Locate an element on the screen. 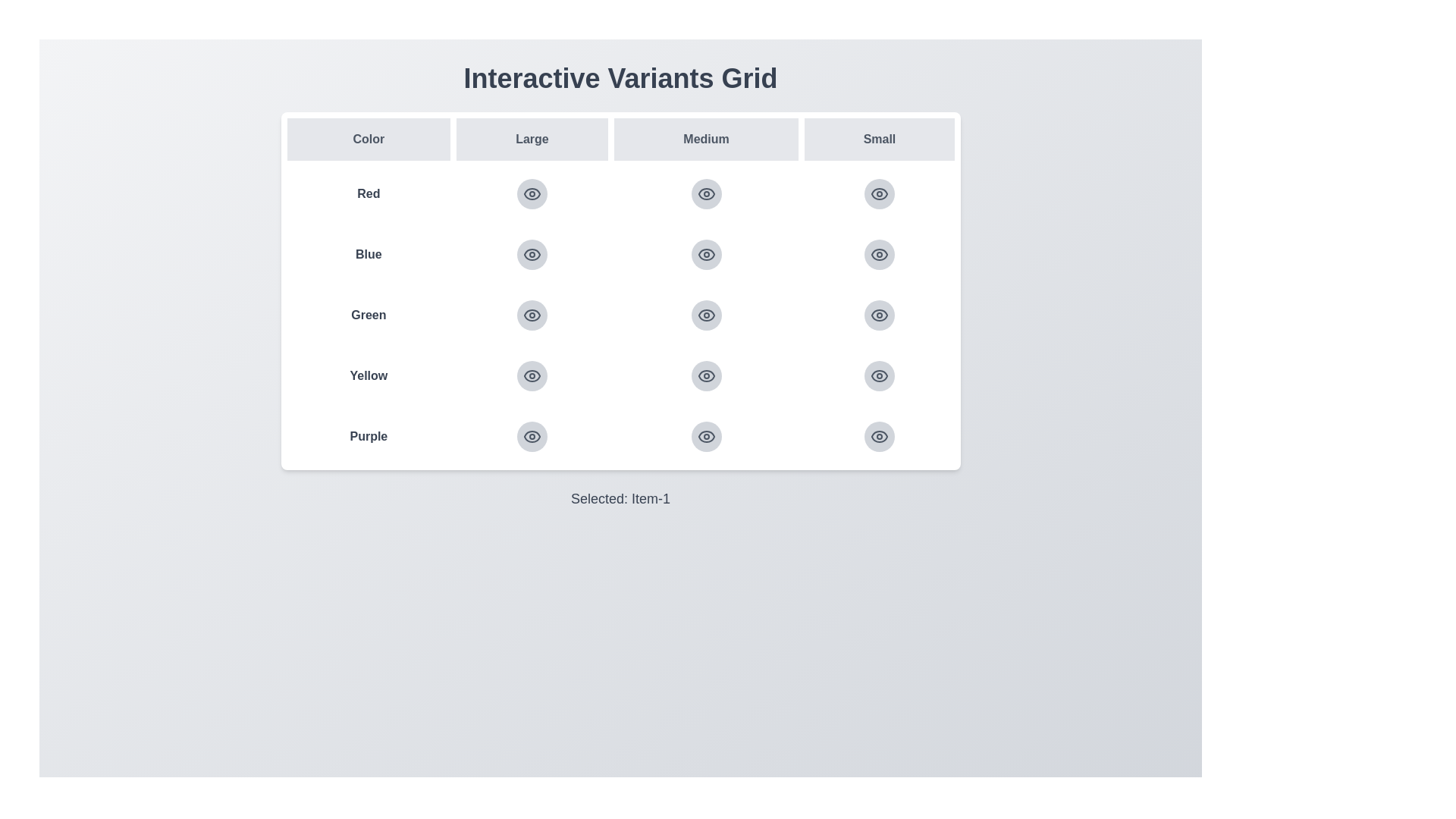 This screenshot has height=819, width=1456. the circular icon button with an eye symbol located in the fourth row titled 'Yellow' and the last column labeled 'Small' is located at coordinates (880, 375).